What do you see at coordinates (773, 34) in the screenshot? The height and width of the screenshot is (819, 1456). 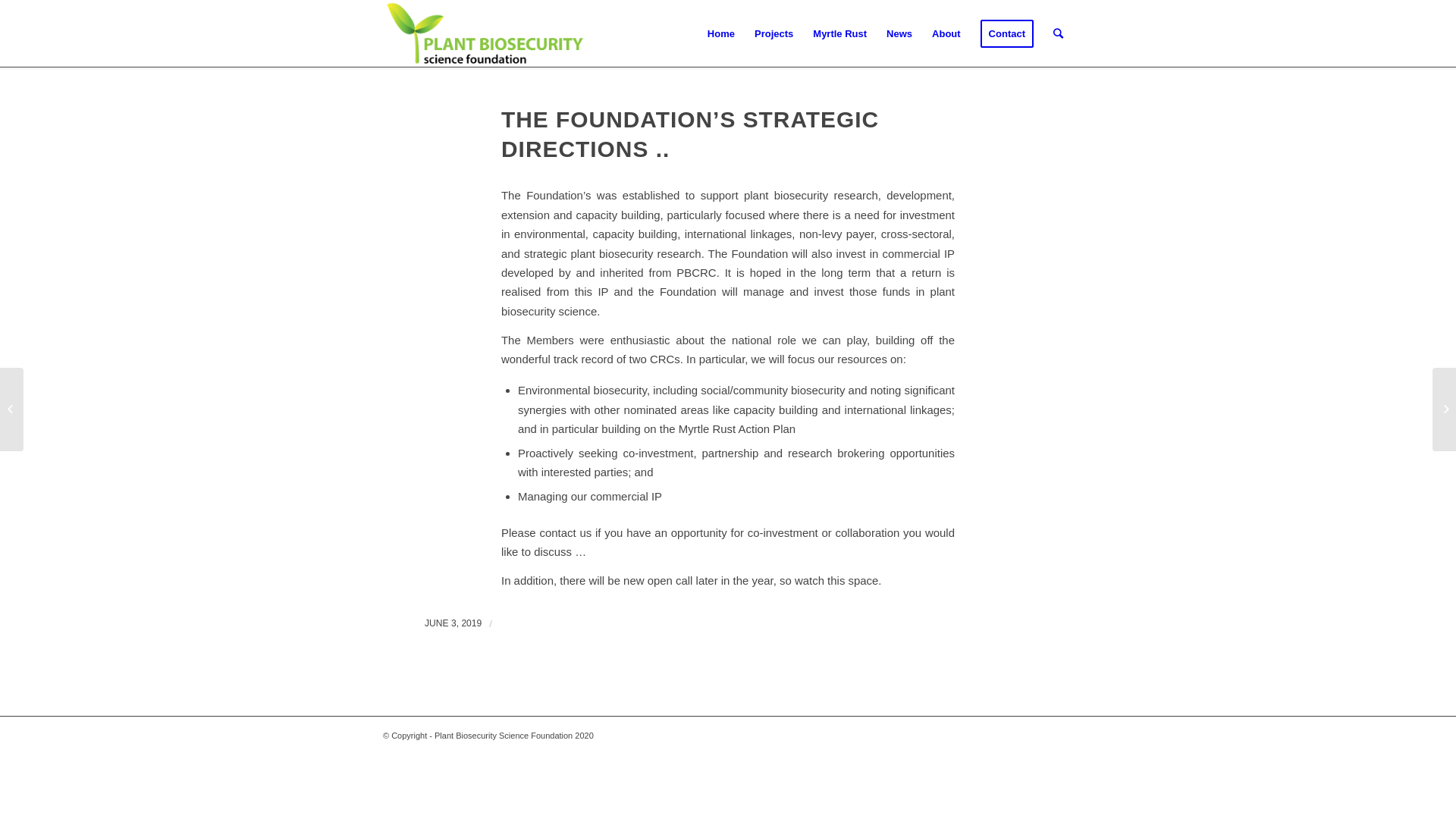 I see `'Projects'` at bounding box center [773, 34].